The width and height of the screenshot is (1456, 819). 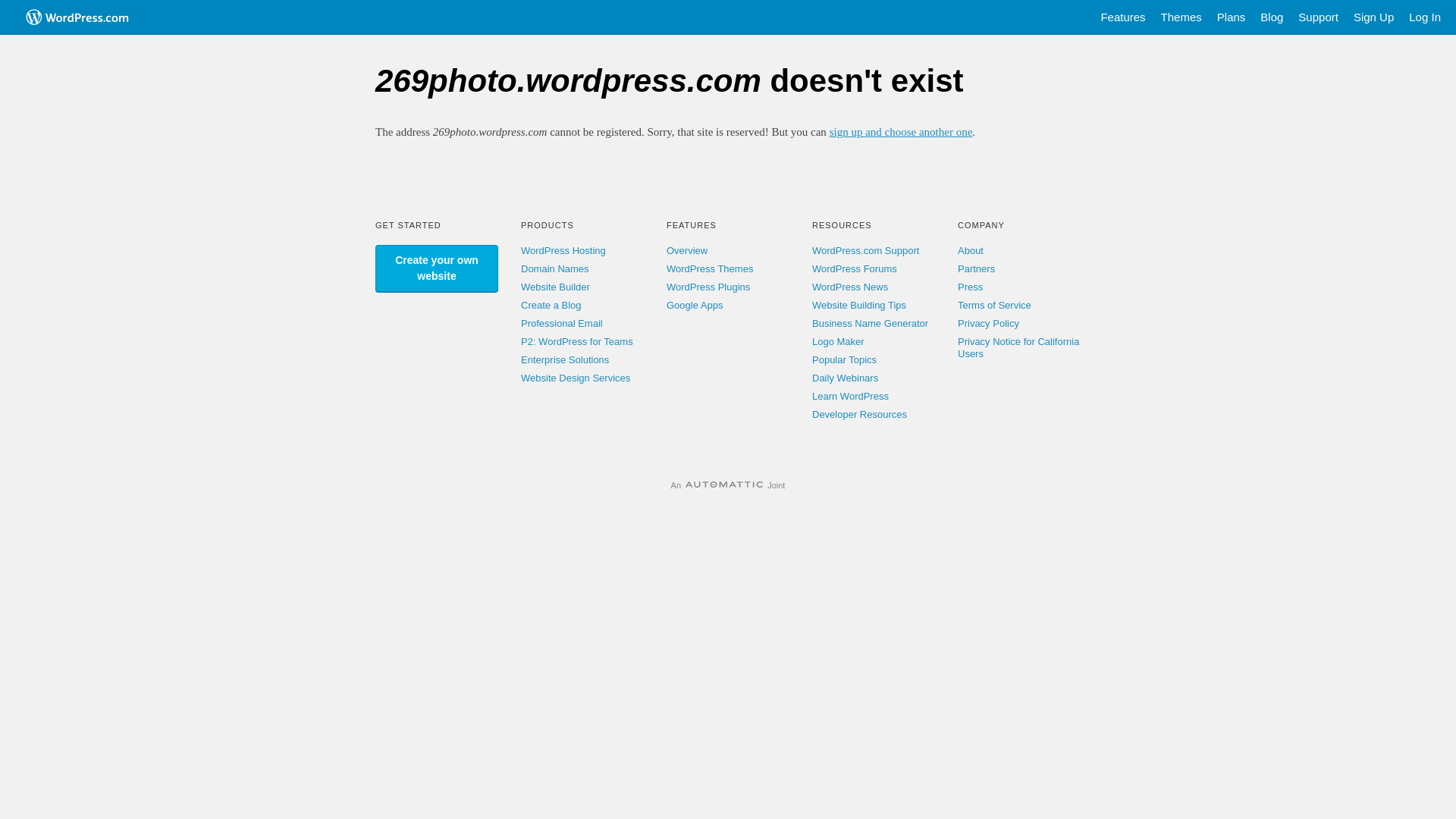 I want to click on 'Logo Maker', so click(x=811, y=341).